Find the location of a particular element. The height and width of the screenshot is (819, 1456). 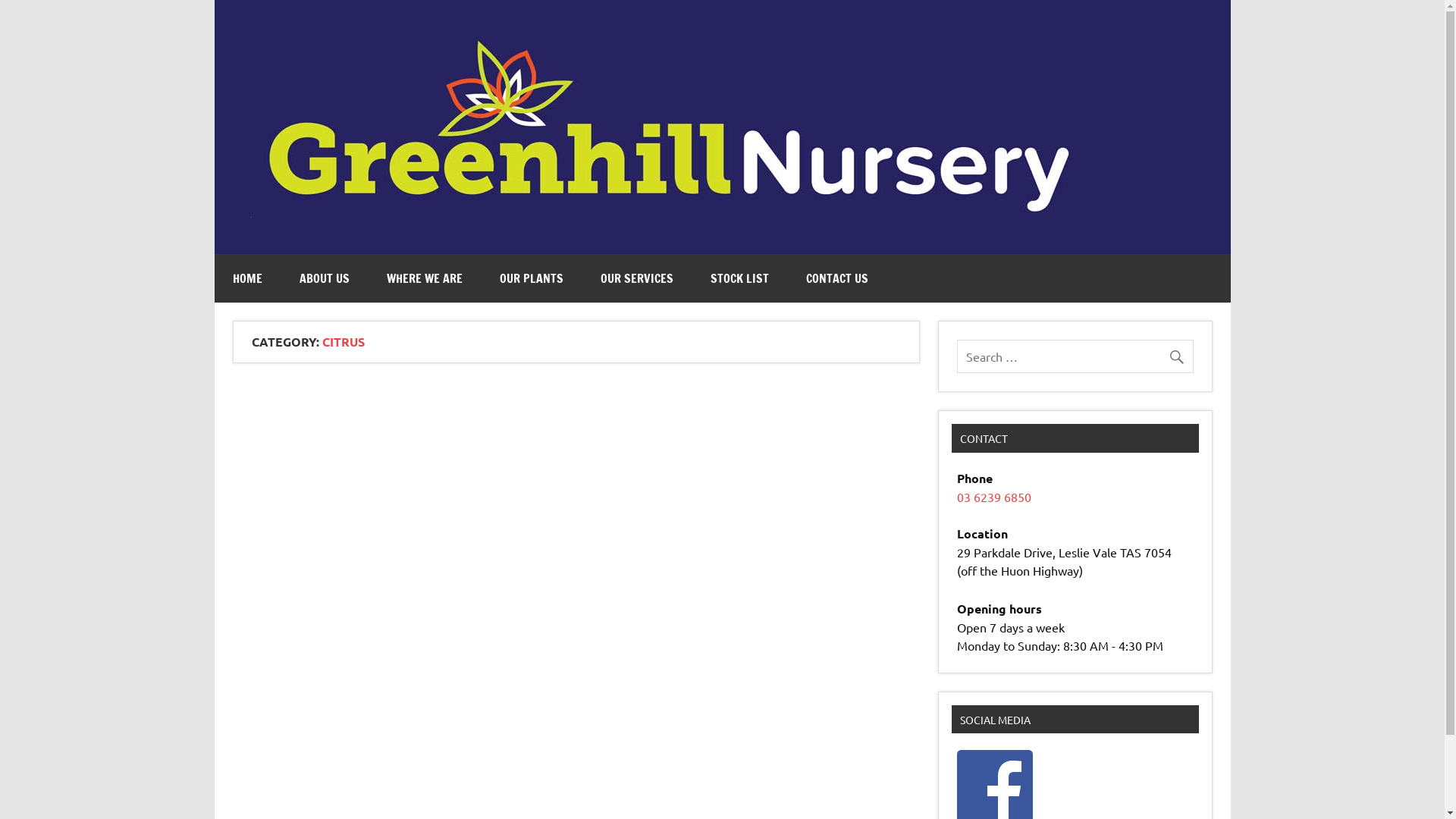

'03 6239 6850' is located at coordinates (993, 497).